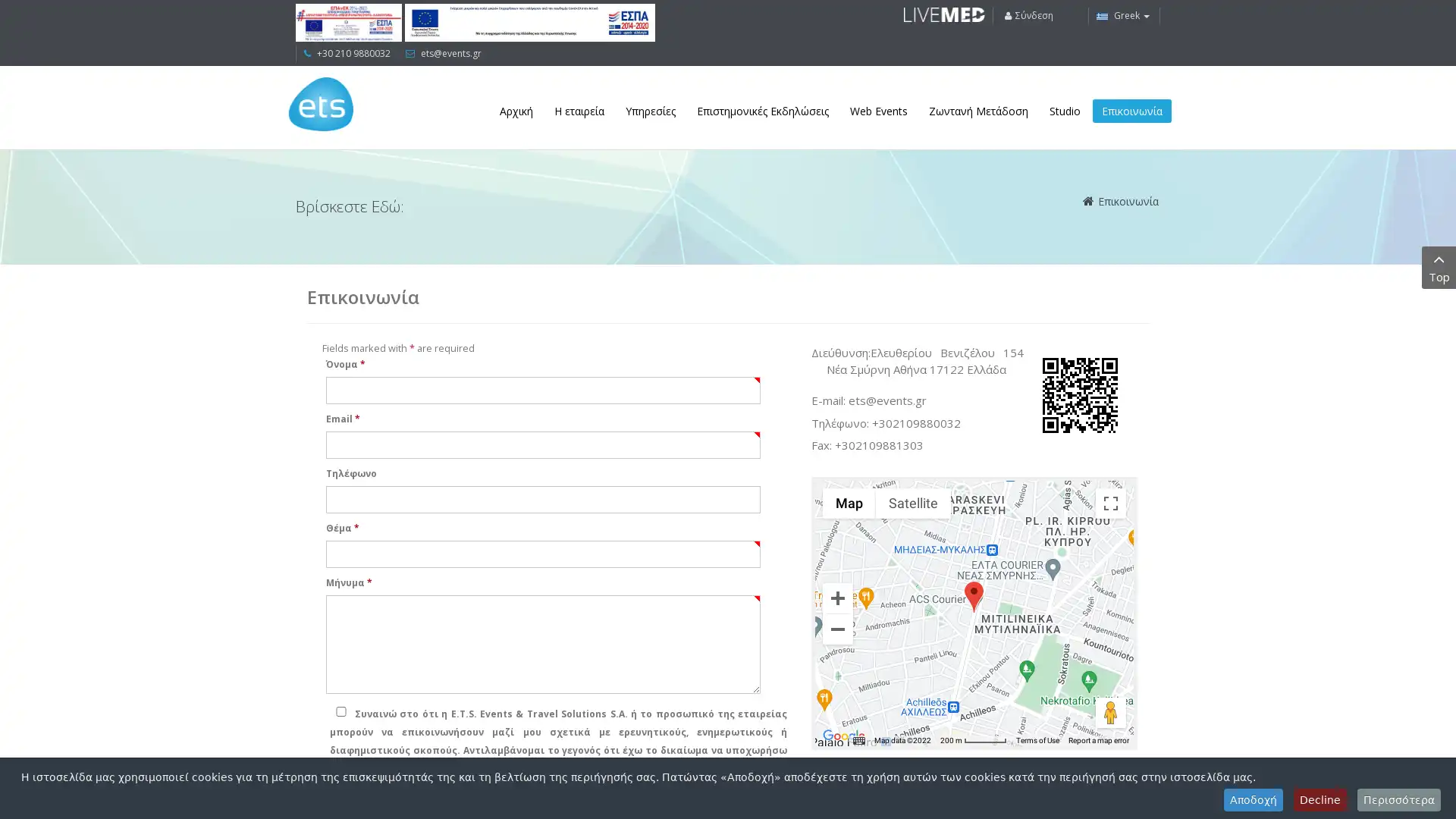 The height and width of the screenshot is (819, 1456). What do you see at coordinates (858, 739) in the screenshot?
I see `Keyboard shortcuts` at bounding box center [858, 739].